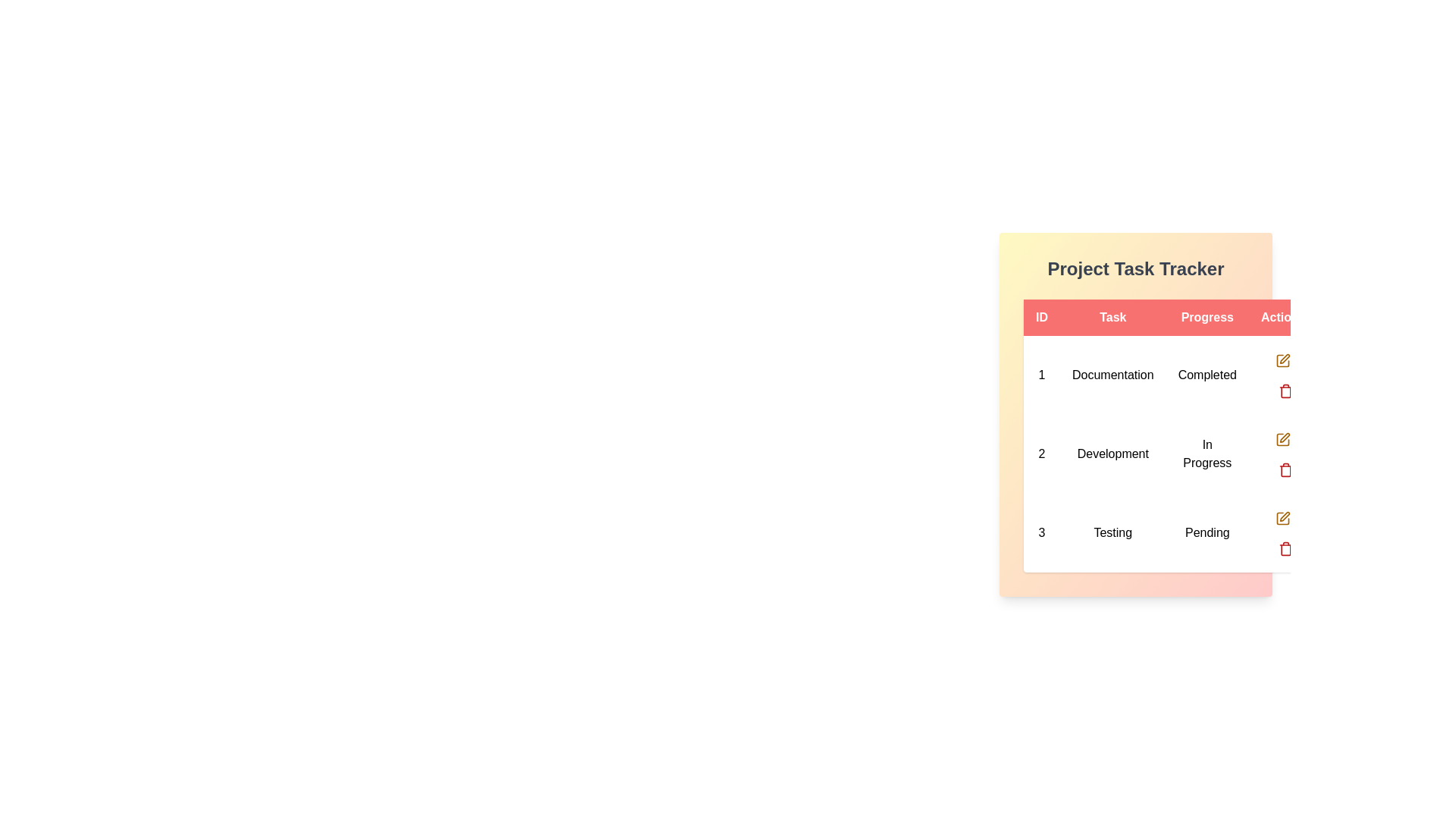  Describe the element at coordinates (1112, 317) in the screenshot. I see `the column header Task to inspect it` at that location.